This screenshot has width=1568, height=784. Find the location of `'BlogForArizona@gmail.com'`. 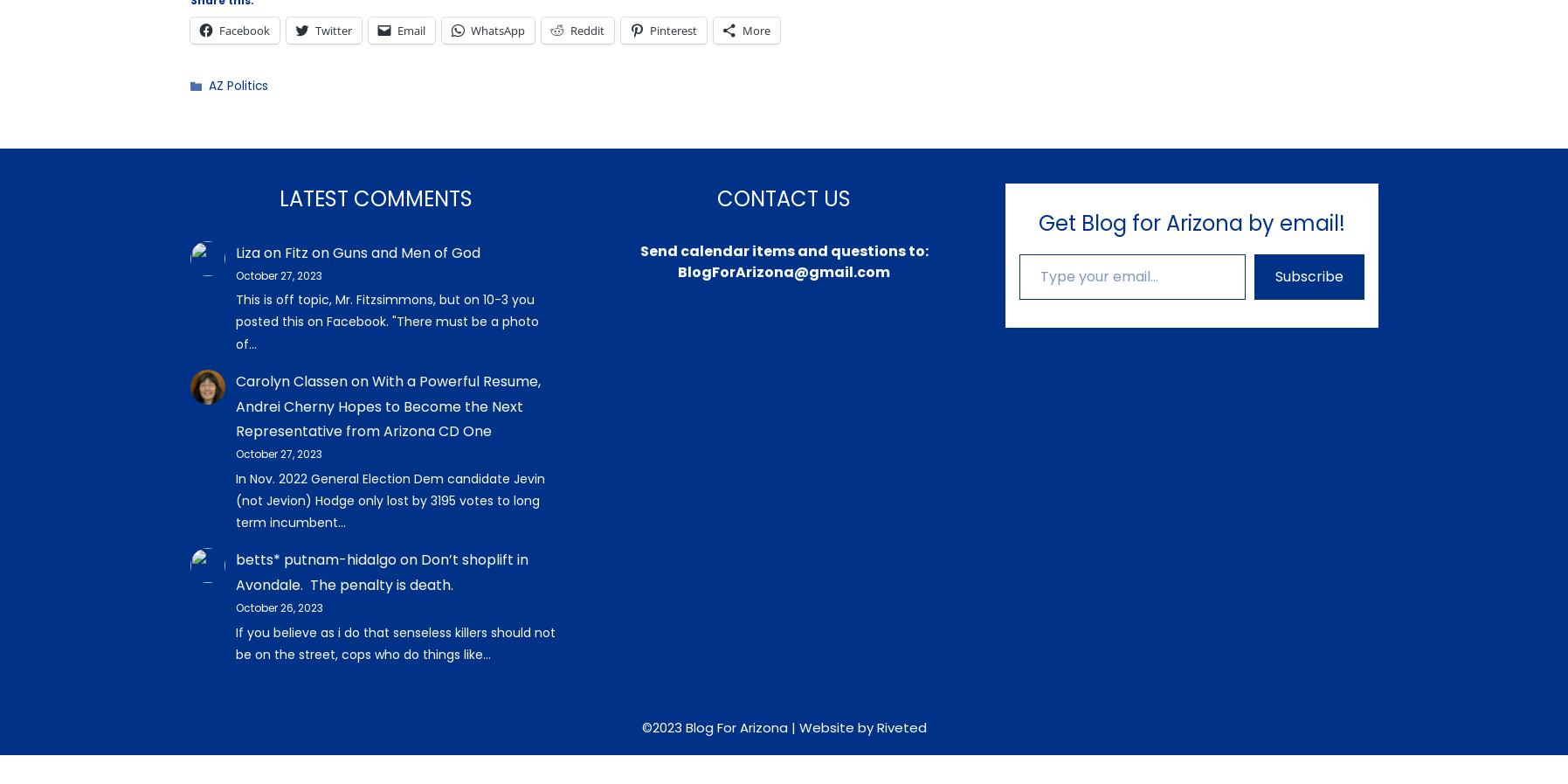

'BlogForArizona@gmail.com' is located at coordinates (783, 270).